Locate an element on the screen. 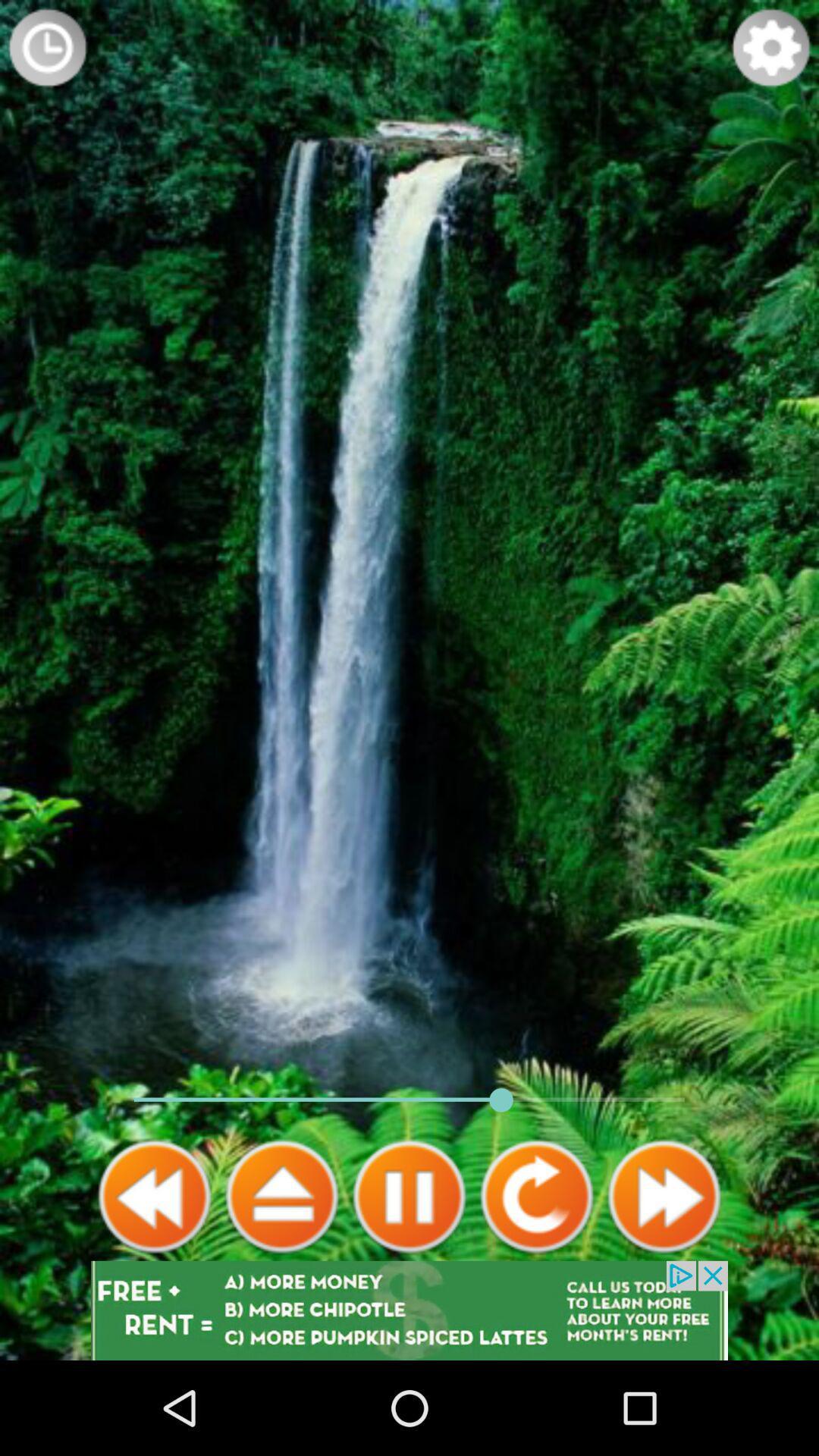 The width and height of the screenshot is (819, 1456). the settings icon is located at coordinates (771, 51).